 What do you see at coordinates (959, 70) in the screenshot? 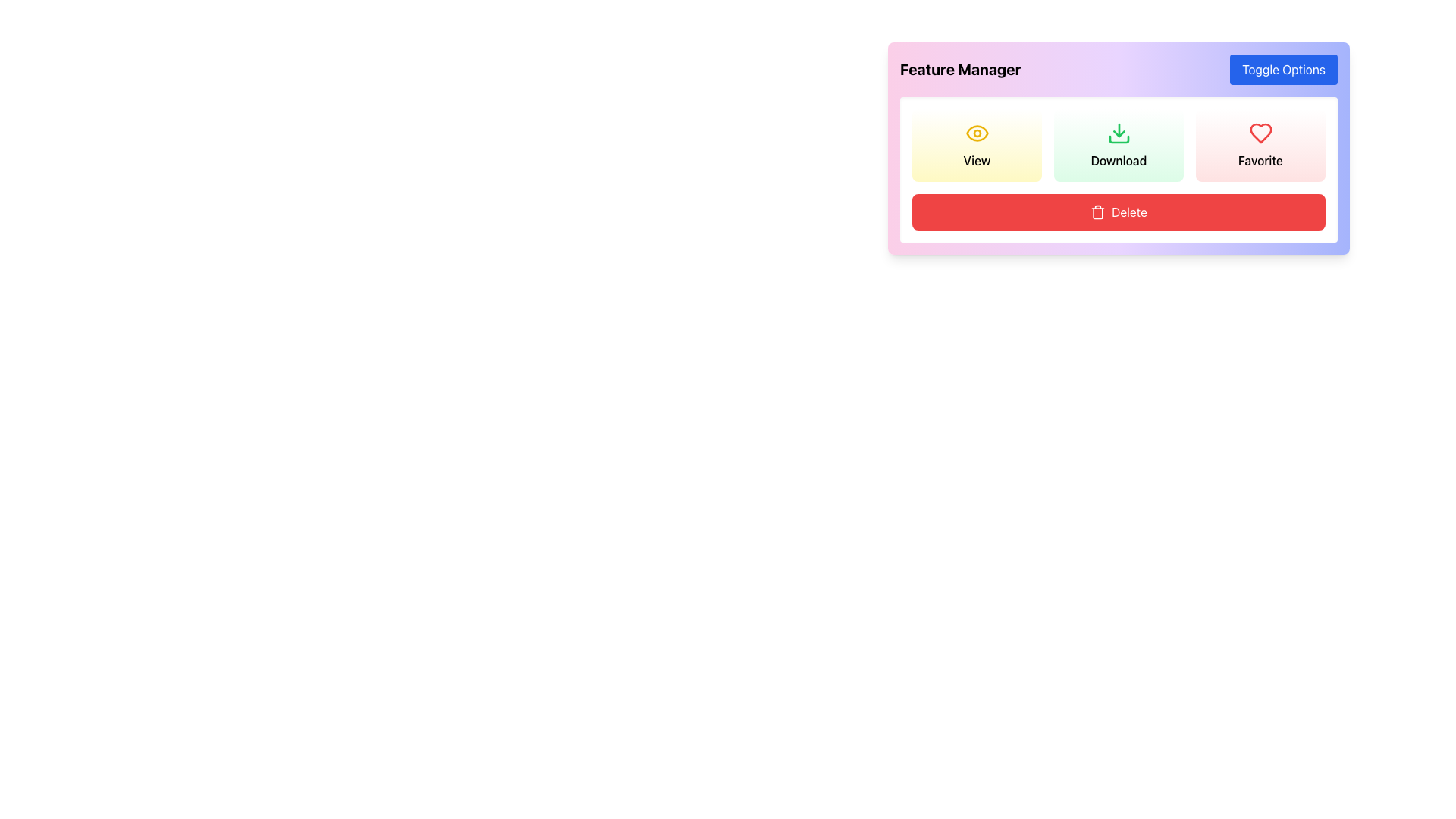
I see `the 'Feature Manager' text label` at bounding box center [959, 70].